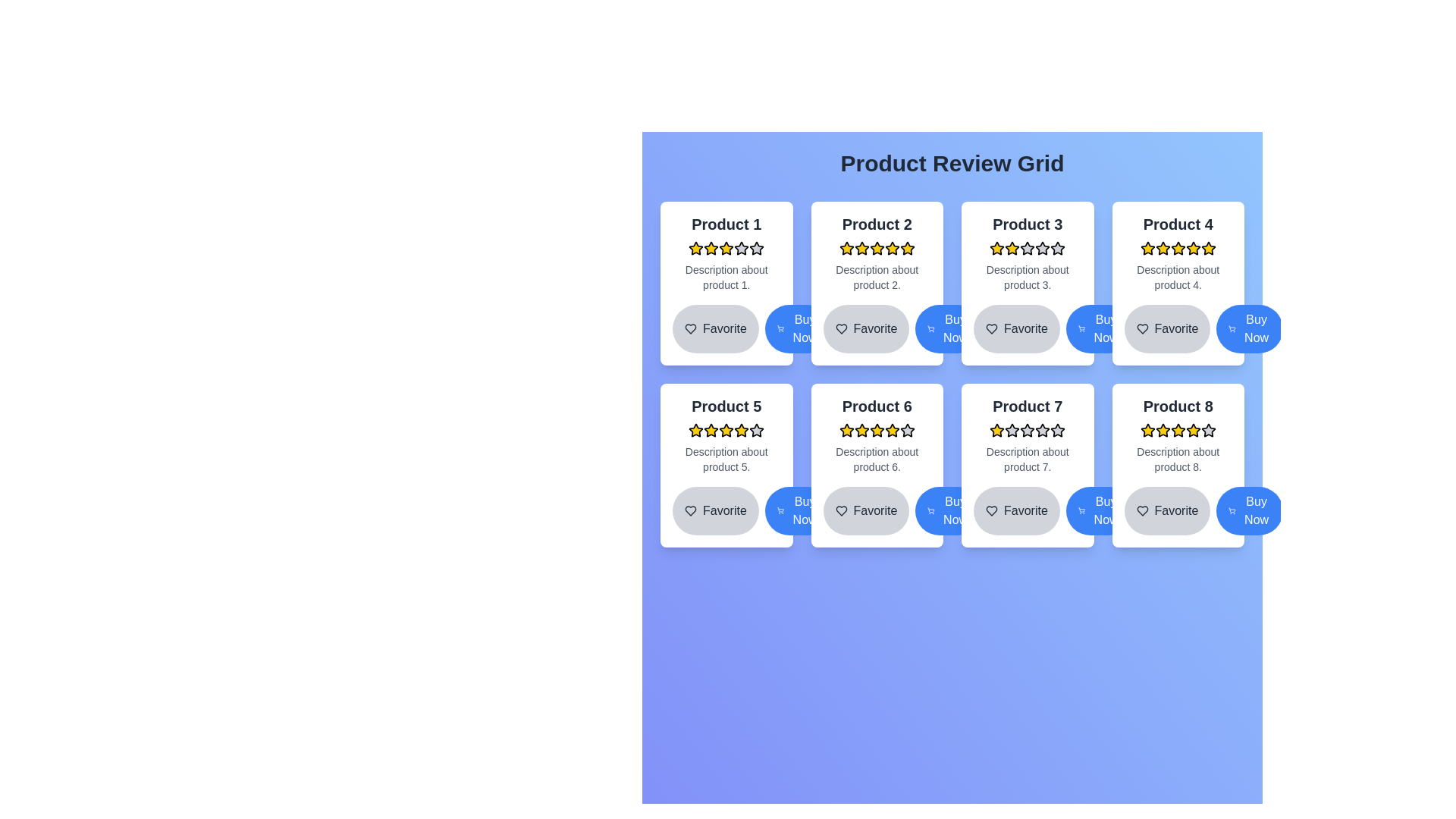 The width and height of the screenshot is (1456, 819). Describe the element at coordinates (1177, 328) in the screenshot. I see `the favorite button located in the bottom section of the Product 4 card in the Product Review Grid` at that location.